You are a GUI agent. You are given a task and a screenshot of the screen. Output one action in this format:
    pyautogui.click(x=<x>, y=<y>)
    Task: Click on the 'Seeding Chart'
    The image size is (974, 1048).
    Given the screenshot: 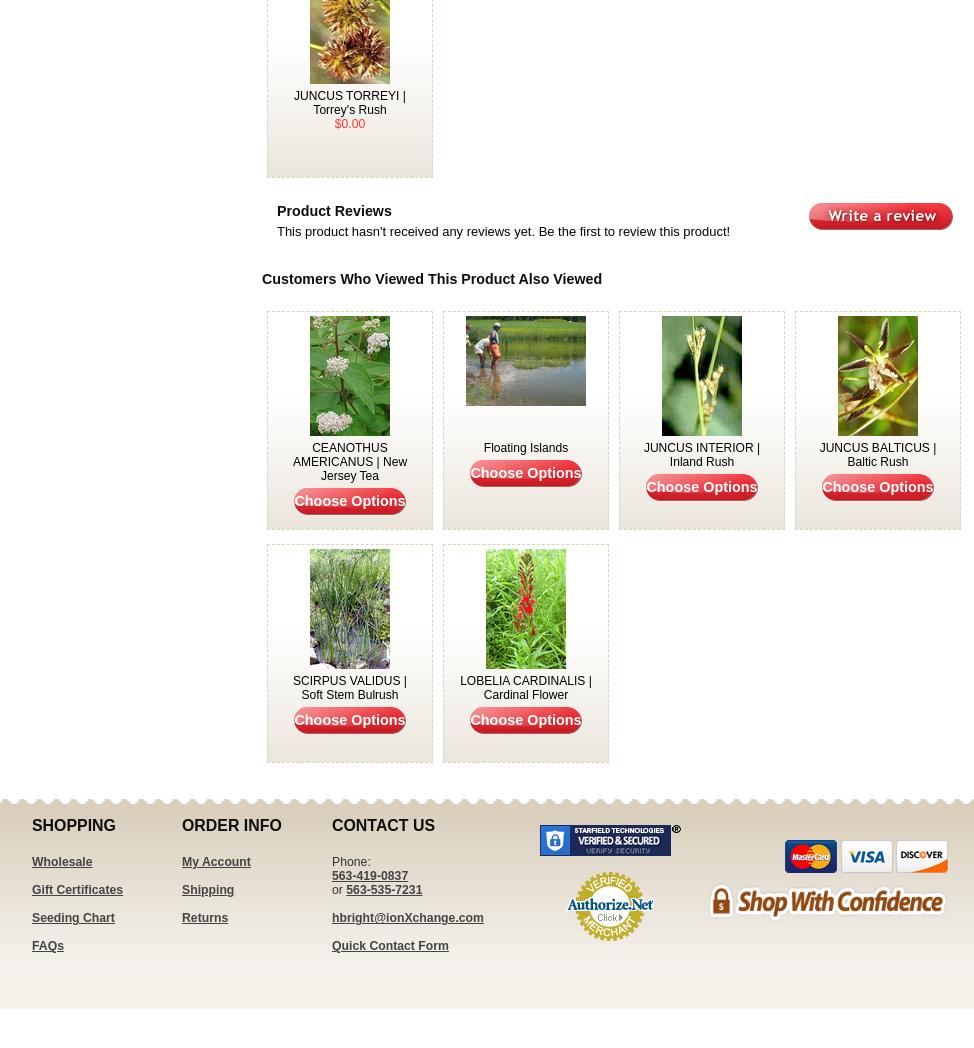 What is the action you would take?
    pyautogui.click(x=72, y=918)
    